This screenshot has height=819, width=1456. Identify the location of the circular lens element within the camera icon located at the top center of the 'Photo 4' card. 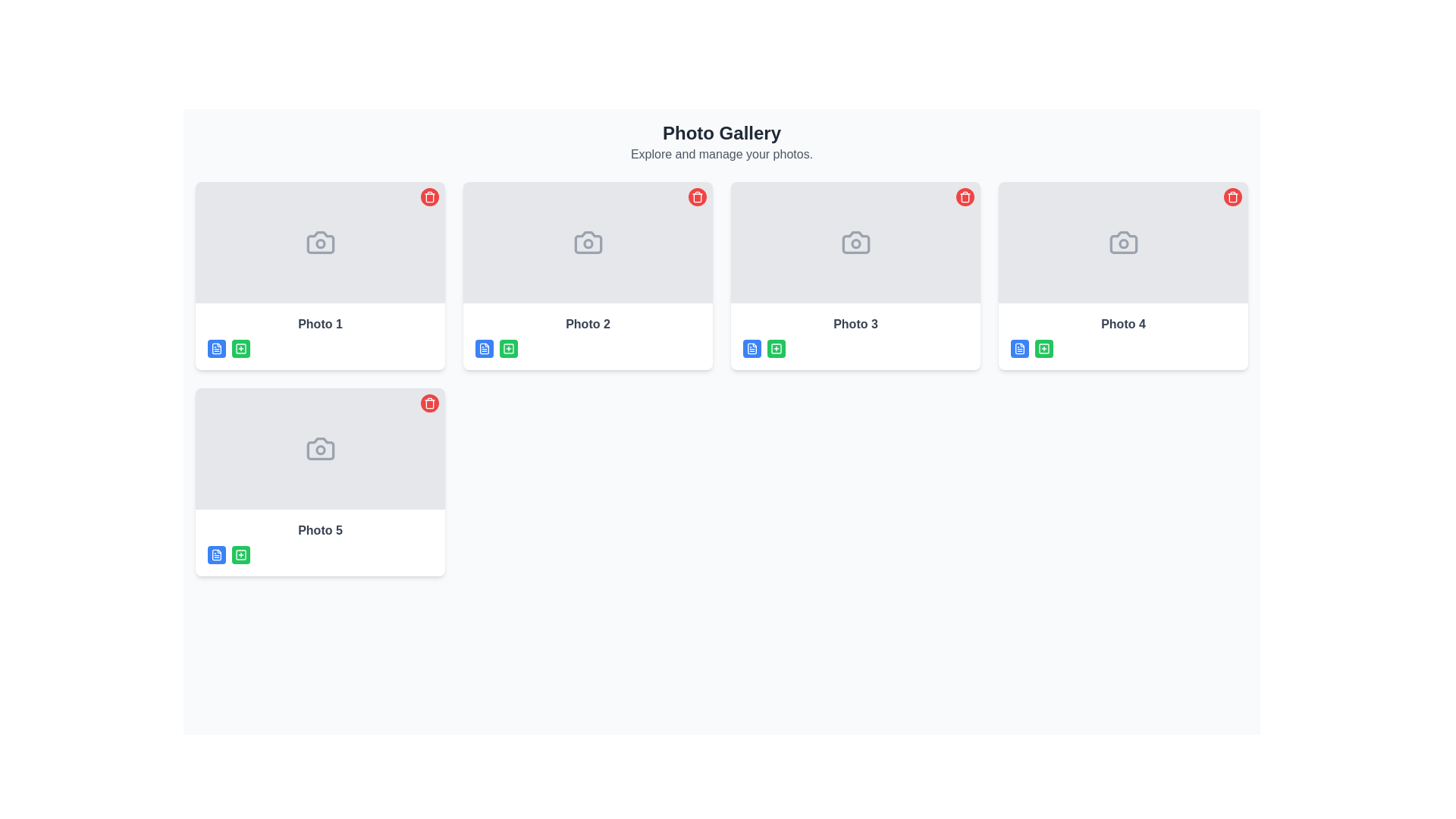
(1123, 243).